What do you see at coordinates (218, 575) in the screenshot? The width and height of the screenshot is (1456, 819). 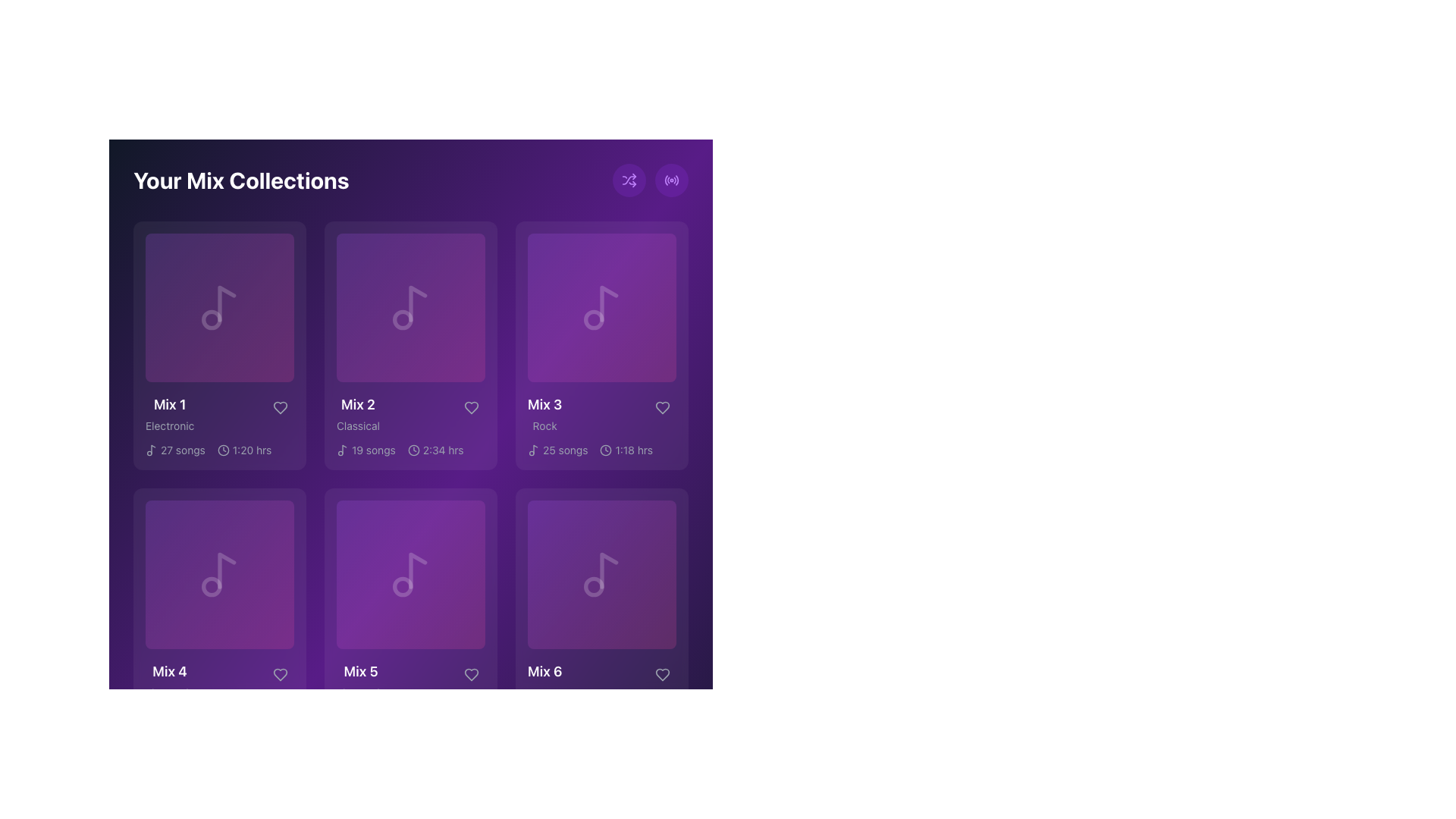 I see `the musical note icon which is a decorative element located in the fourth card labeled 'Mix 4' in the second row, first column of the grid layout under 'Your Mix Collections'` at bounding box center [218, 575].